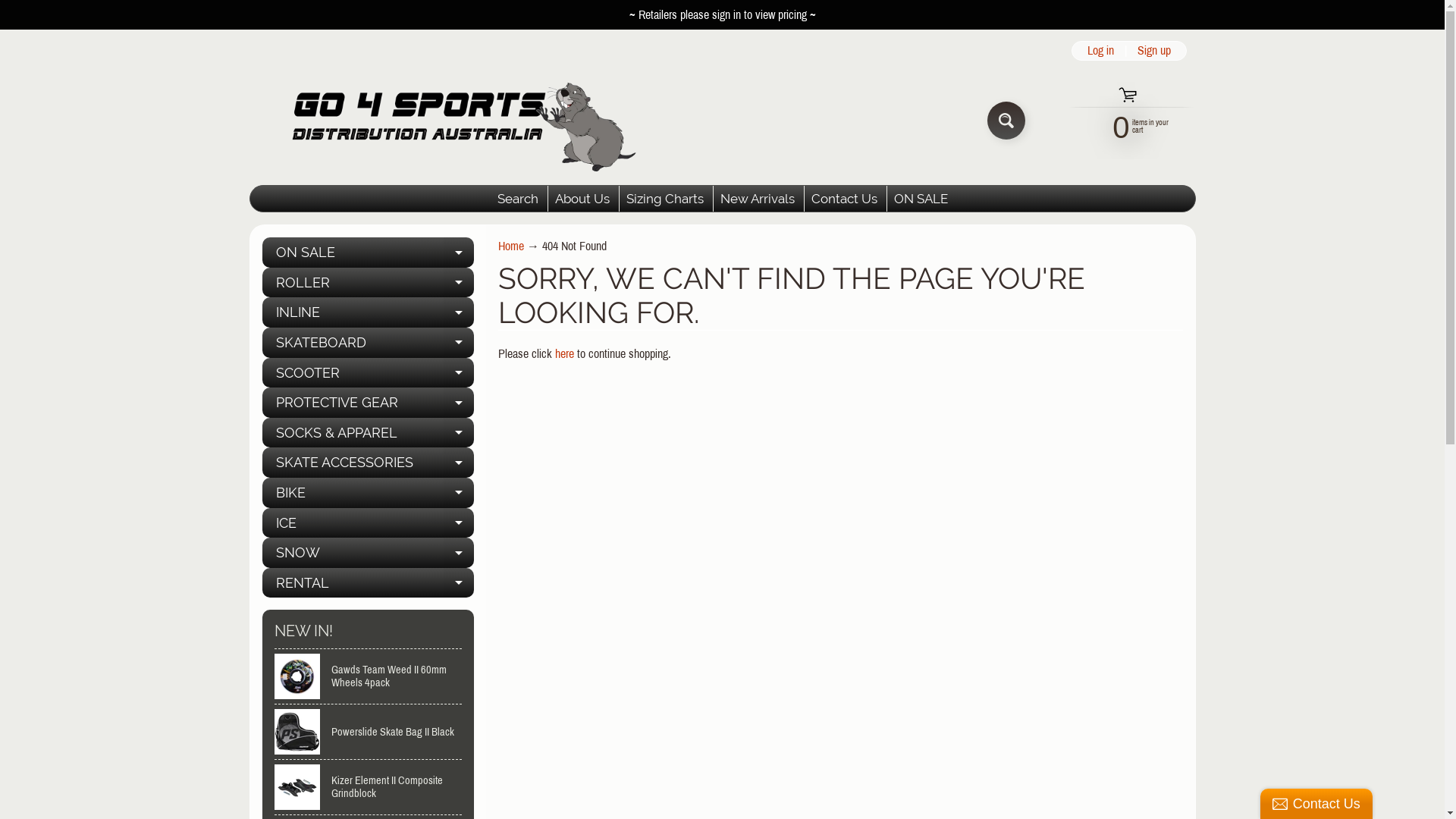 Image resolution: width=1456 pixels, height=819 pixels. What do you see at coordinates (517, 198) in the screenshot?
I see `'Search'` at bounding box center [517, 198].